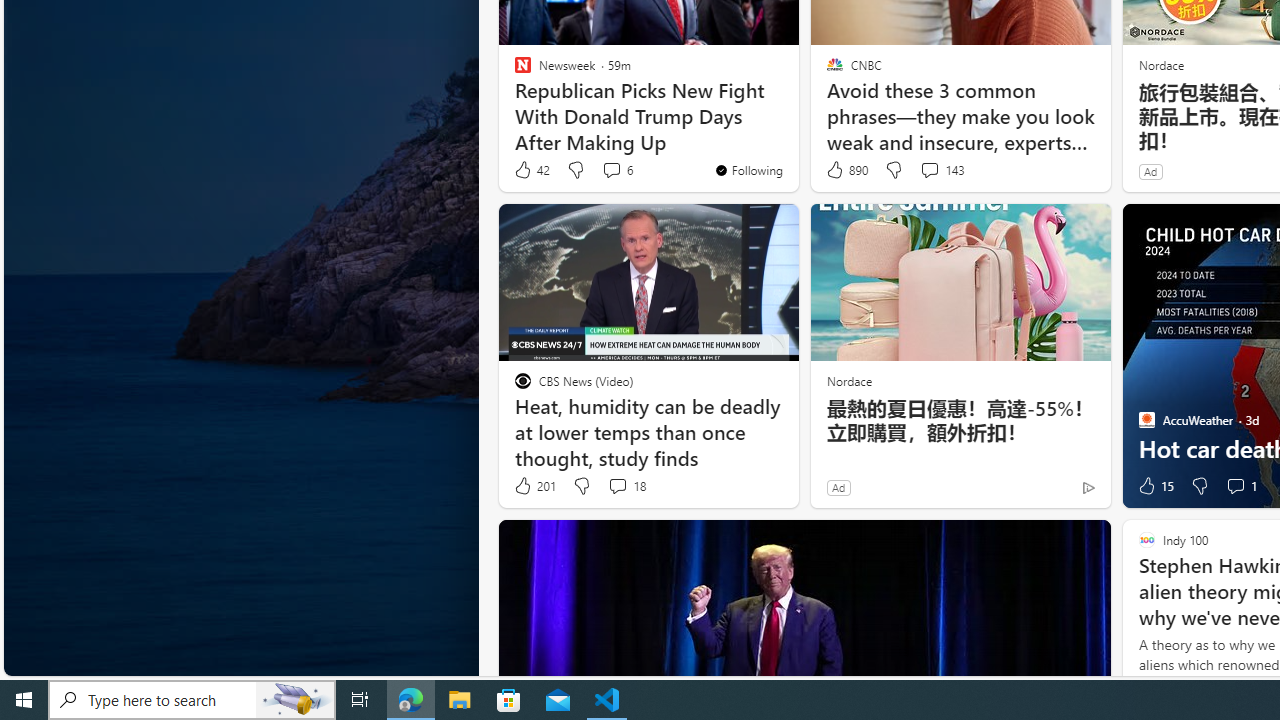  Describe the element at coordinates (610, 168) in the screenshot. I see `'View comments 6 Comment'` at that location.